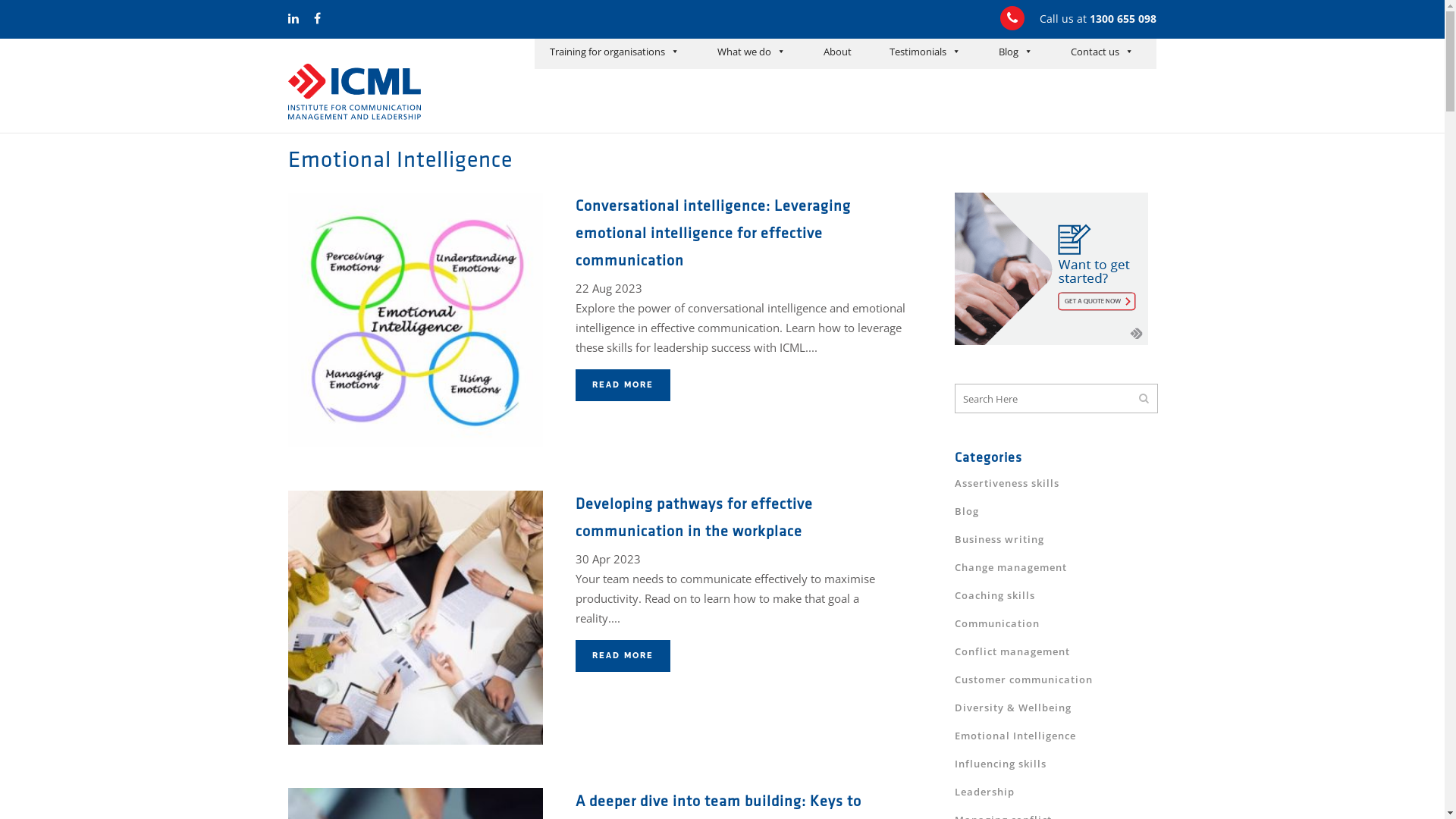 This screenshot has height=819, width=1456. What do you see at coordinates (999, 538) in the screenshot?
I see `'Business writing'` at bounding box center [999, 538].